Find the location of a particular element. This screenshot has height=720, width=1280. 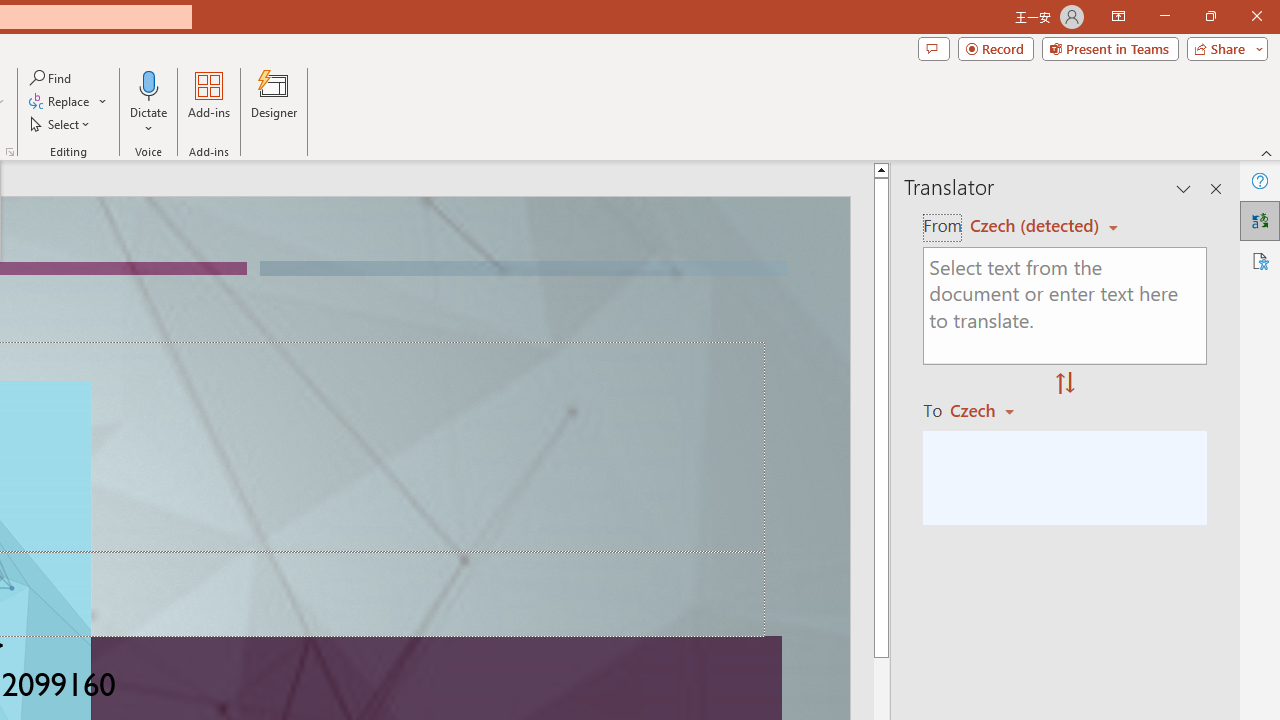

'Czech (detected)' is located at coordinates (1037, 225).